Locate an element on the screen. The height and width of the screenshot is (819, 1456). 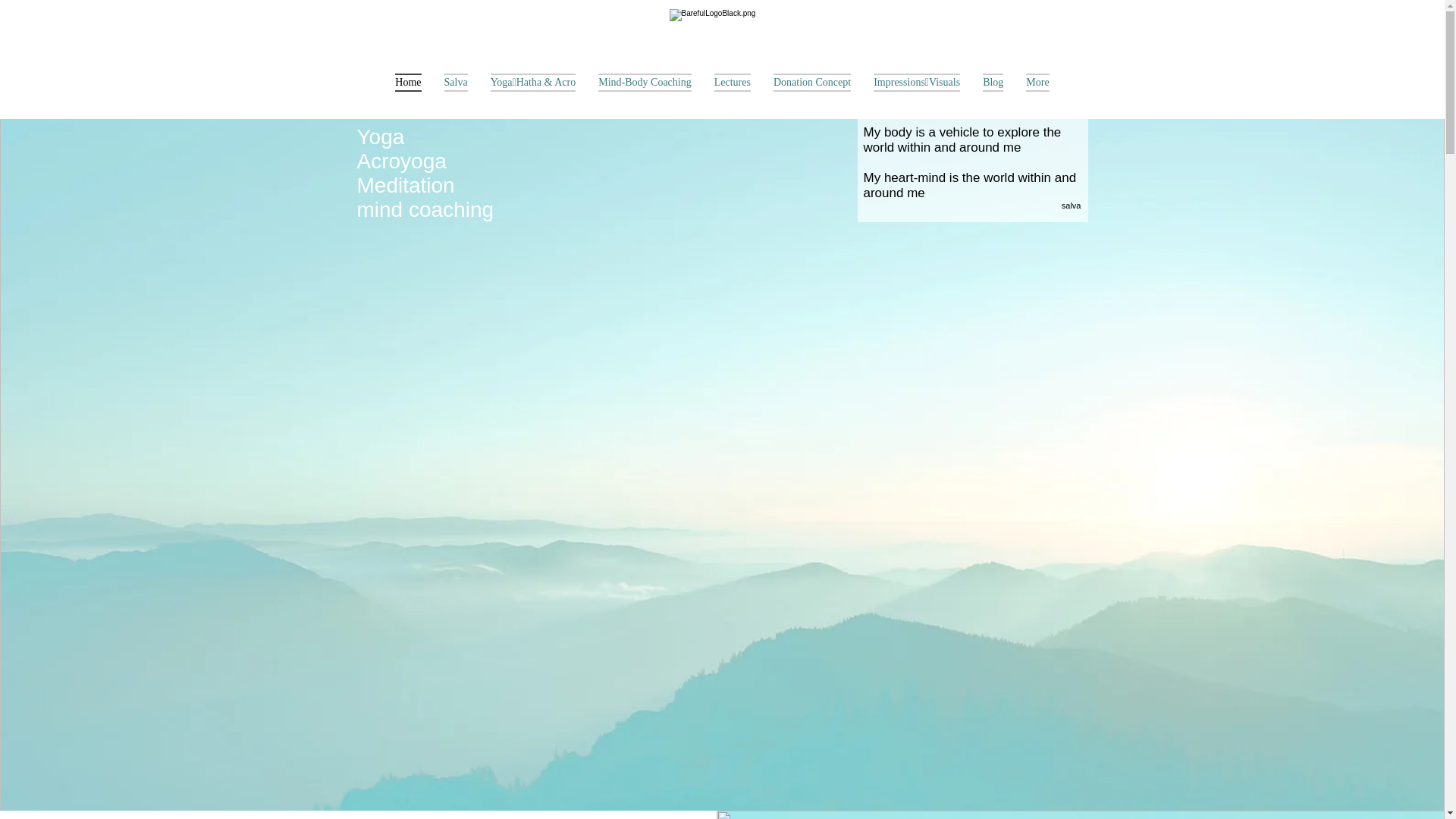
'Donation Concept' is located at coordinates (811, 93).